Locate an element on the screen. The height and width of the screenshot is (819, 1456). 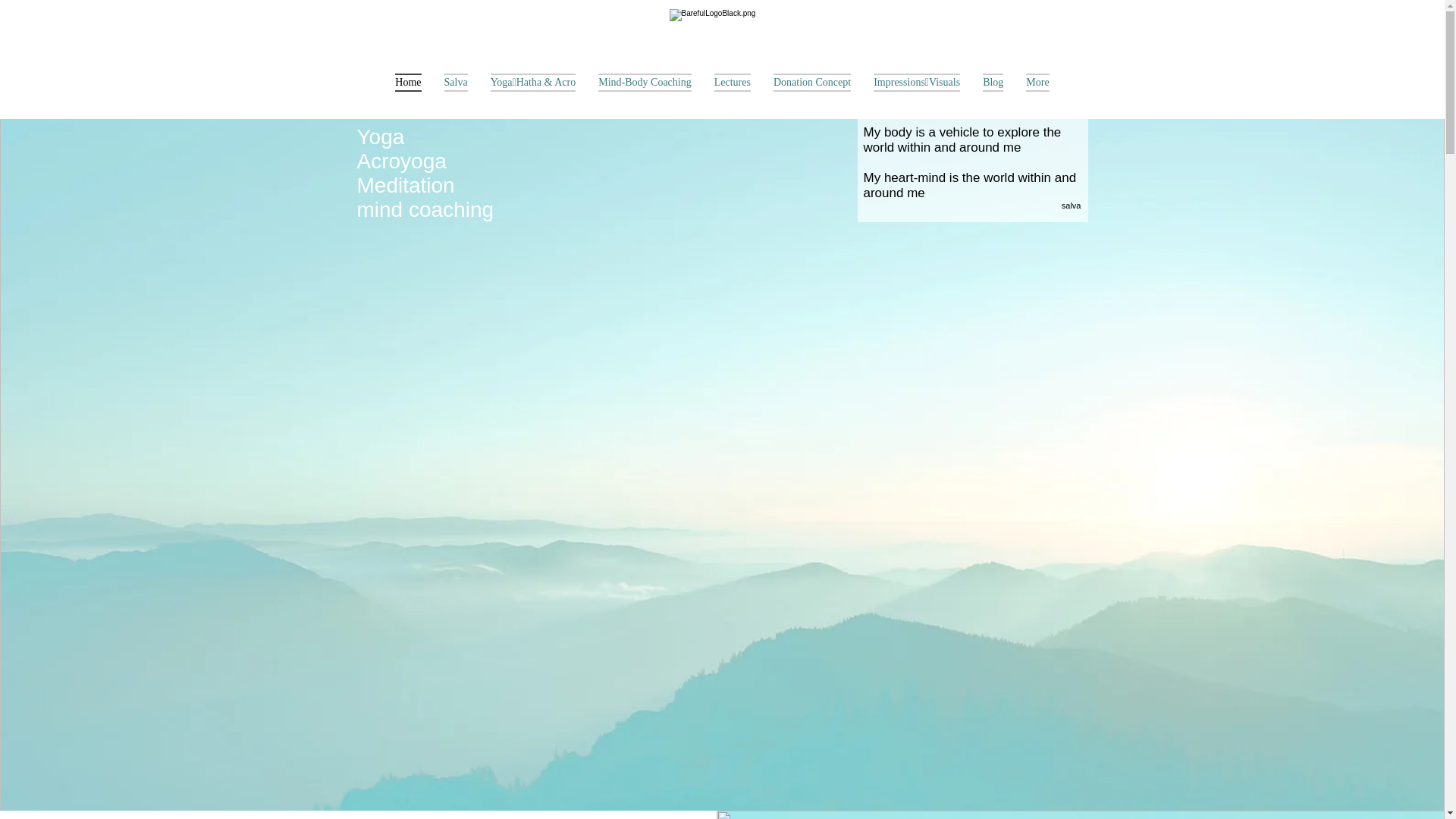
'Donation Concept' is located at coordinates (811, 93).